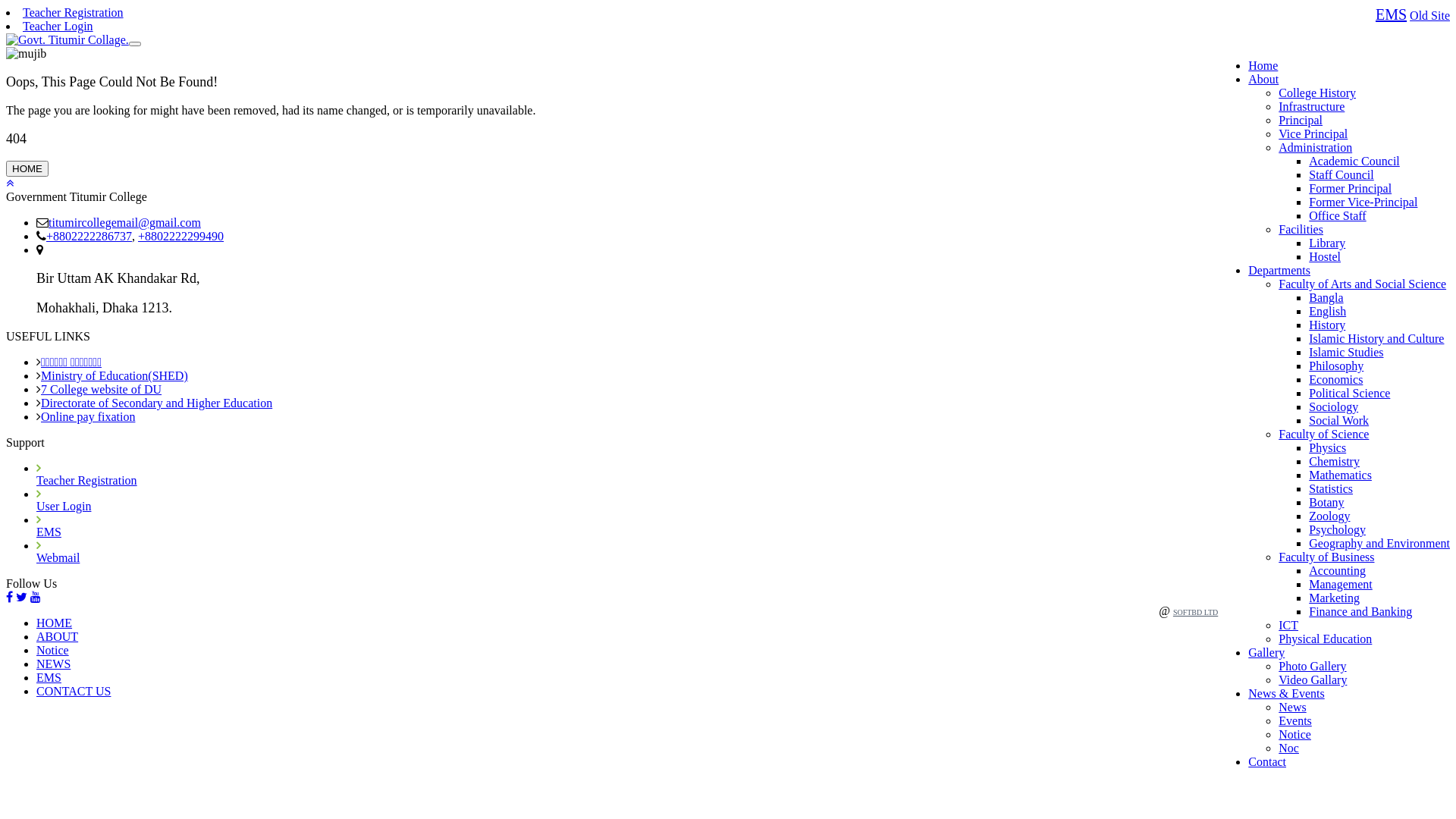  I want to click on 'HOME', so click(27, 168).